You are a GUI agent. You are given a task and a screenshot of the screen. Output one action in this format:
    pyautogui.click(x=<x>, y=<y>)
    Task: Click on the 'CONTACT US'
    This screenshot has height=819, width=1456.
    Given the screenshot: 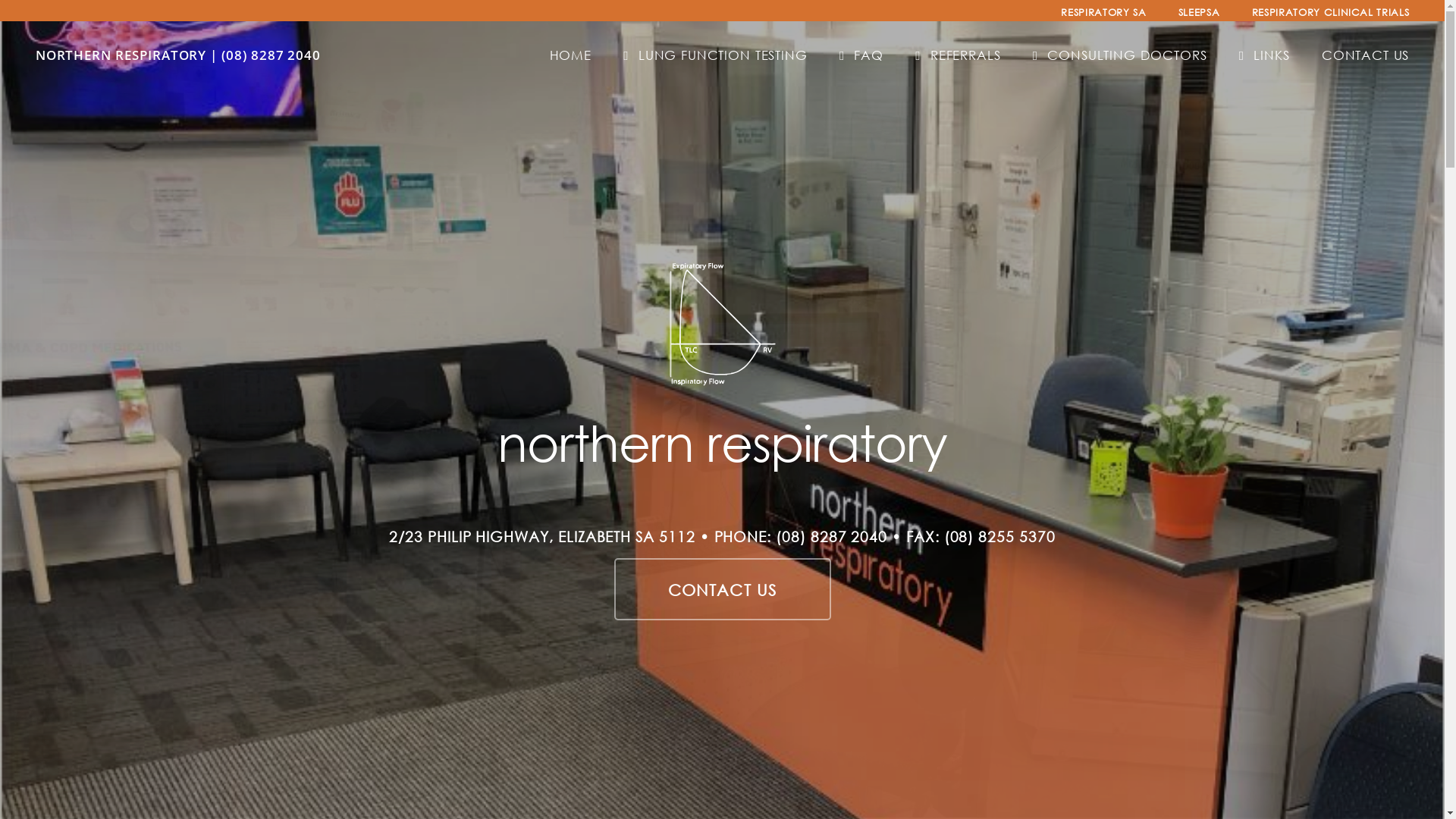 What is the action you would take?
    pyautogui.click(x=722, y=588)
    